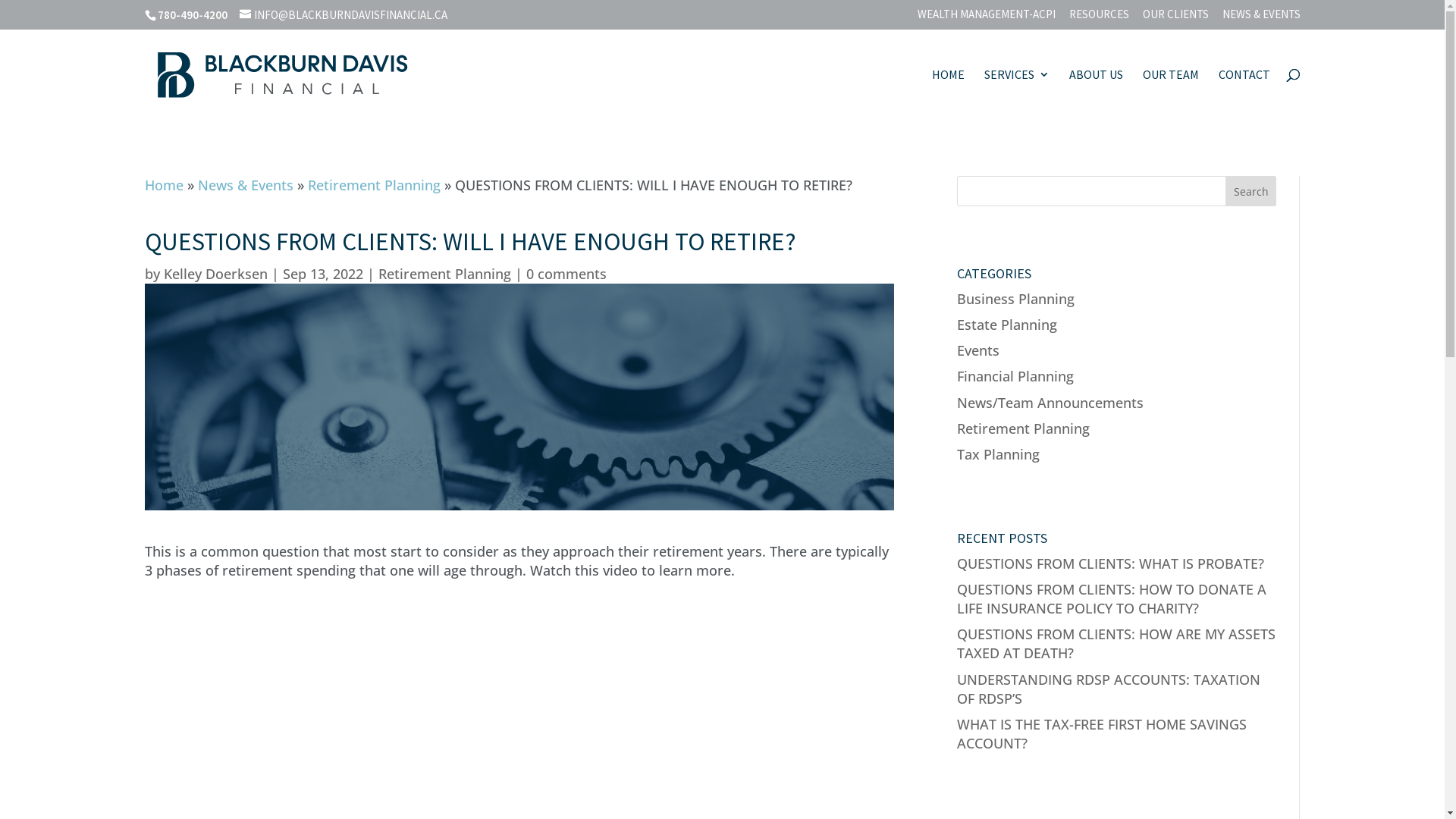 This screenshot has width=1456, height=819. Describe the element at coordinates (1102, 733) in the screenshot. I see `'WHAT IS THE TAX-FREE FIRST HOME SAVINGS ACCOUNT?'` at that location.